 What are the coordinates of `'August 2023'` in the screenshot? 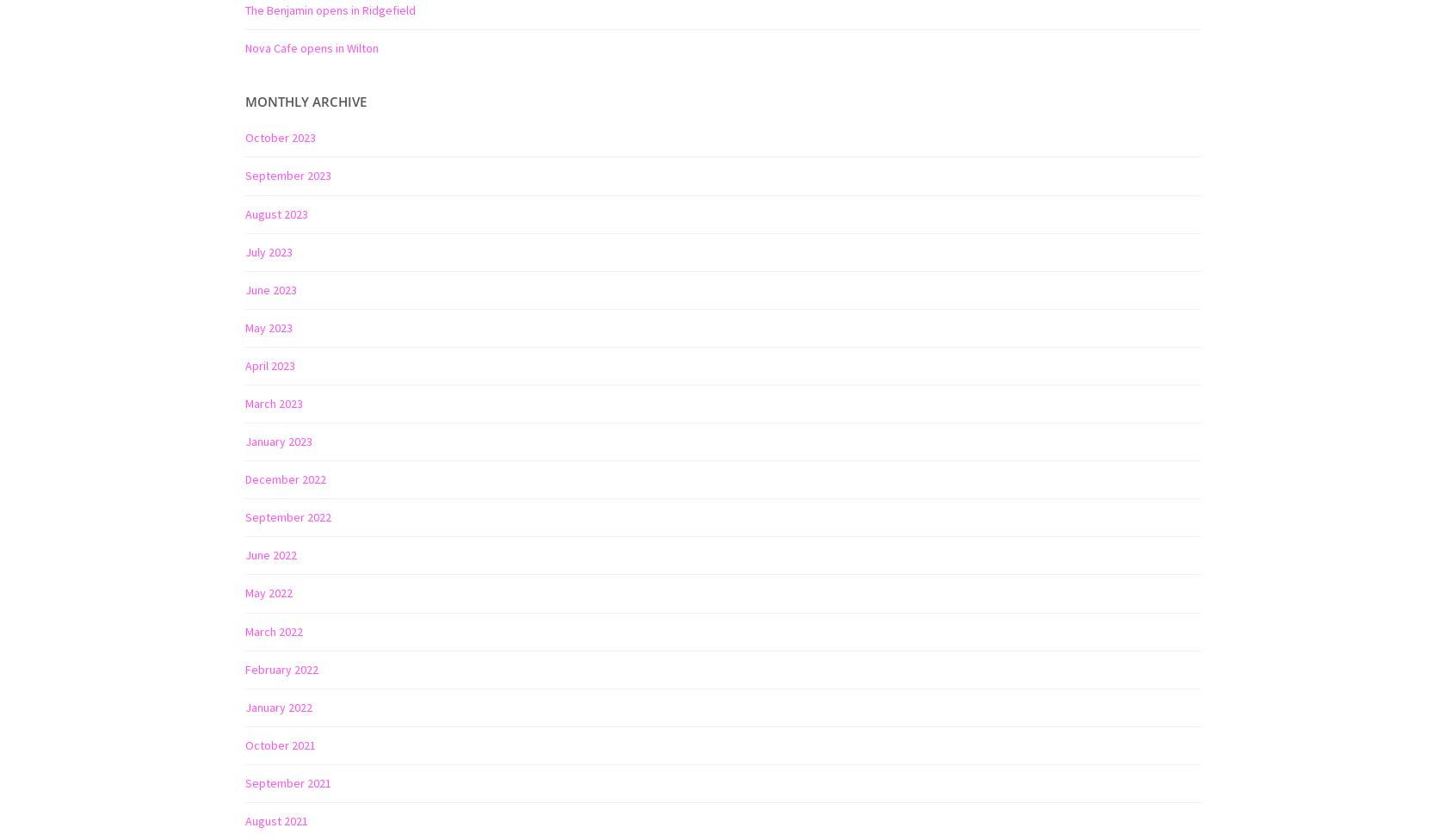 It's located at (276, 213).